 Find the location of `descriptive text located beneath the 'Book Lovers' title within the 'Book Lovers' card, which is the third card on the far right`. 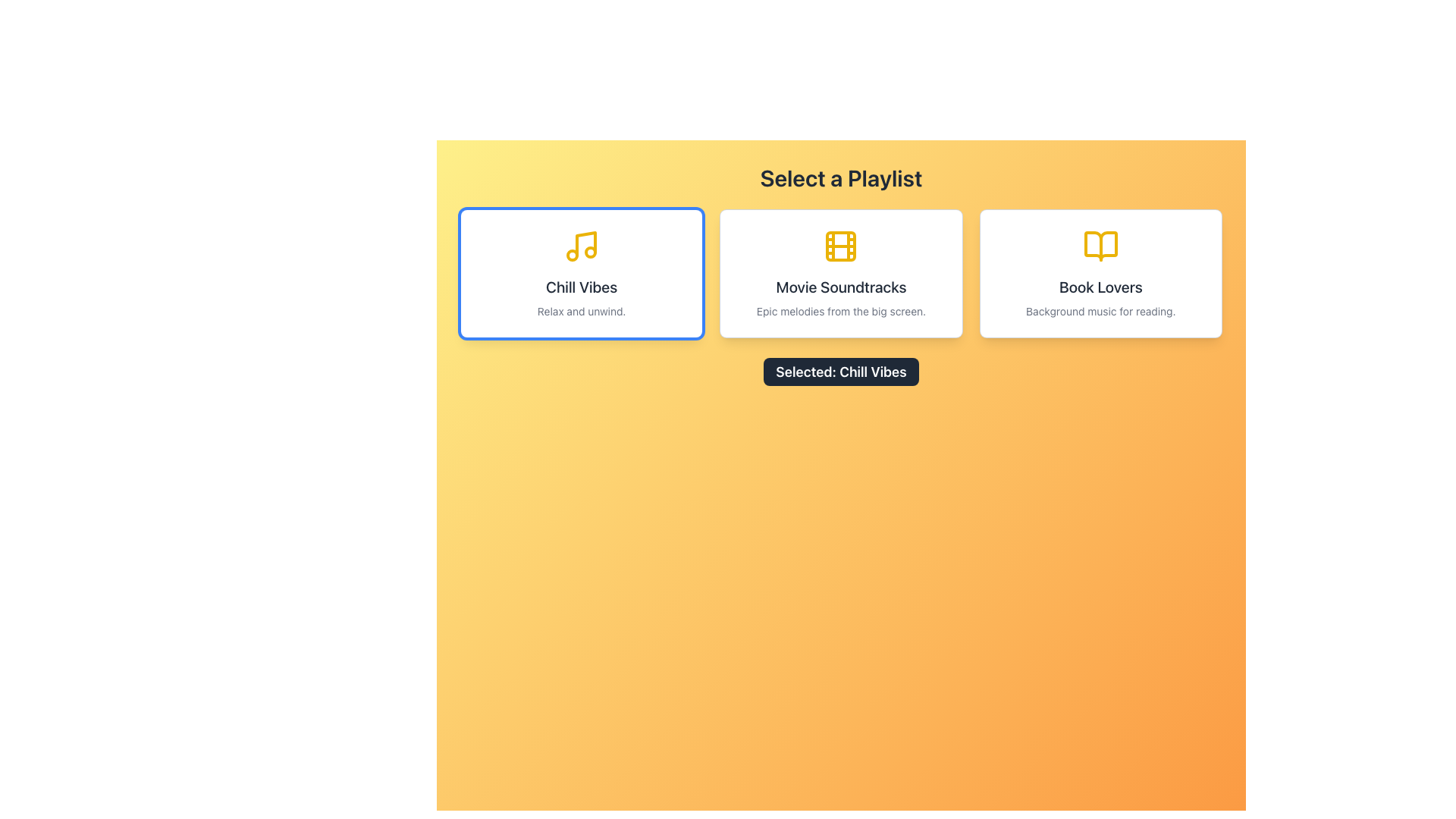

descriptive text located beneath the 'Book Lovers' title within the 'Book Lovers' card, which is the third card on the far right is located at coordinates (1100, 311).